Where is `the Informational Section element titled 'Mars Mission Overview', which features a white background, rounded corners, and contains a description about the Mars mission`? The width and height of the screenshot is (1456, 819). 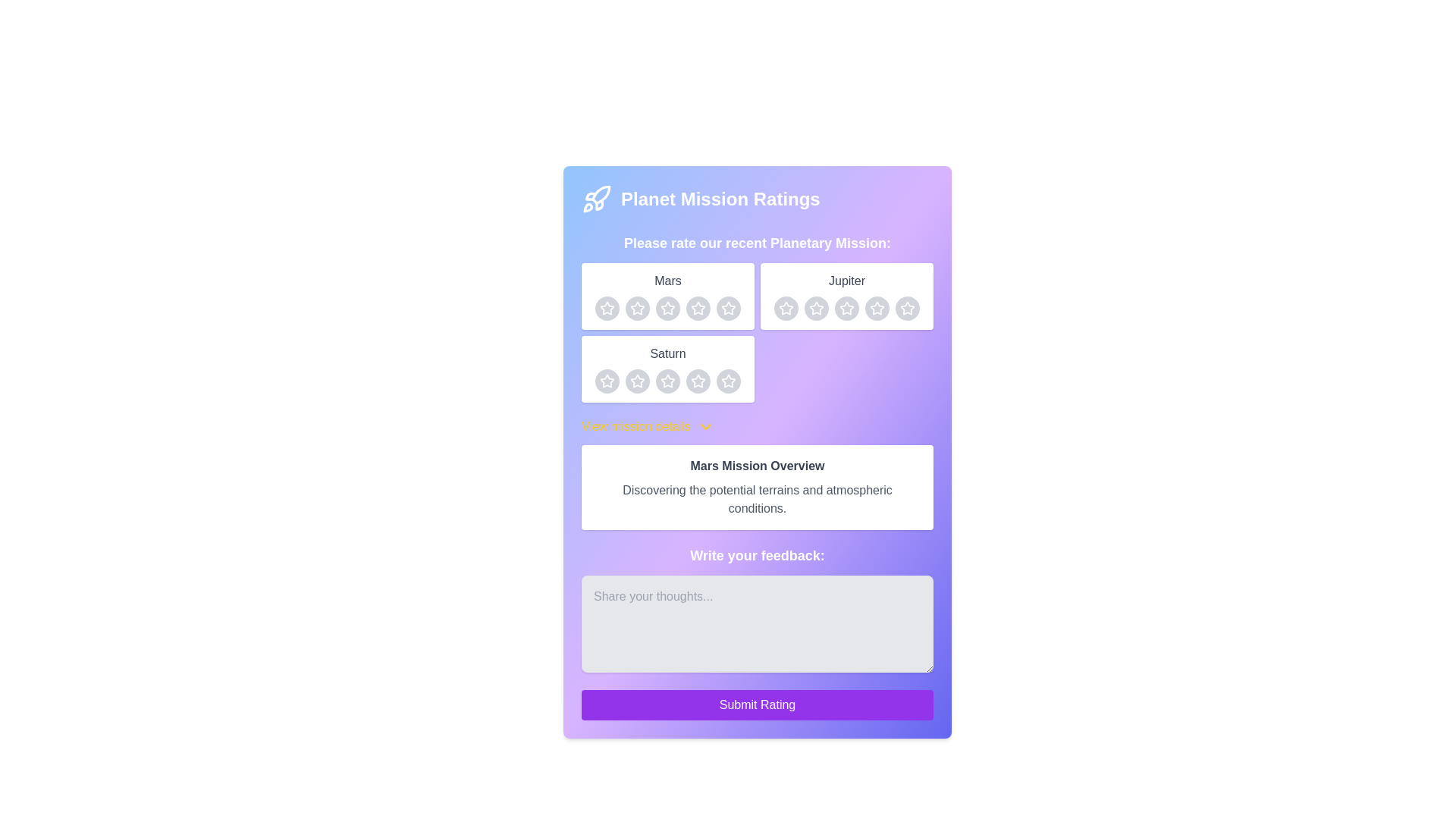 the Informational Section element titled 'Mars Mission Overview', which features a white background, rounded corners, and contains a description about the Mars mission is located at coordinates (757, 472).